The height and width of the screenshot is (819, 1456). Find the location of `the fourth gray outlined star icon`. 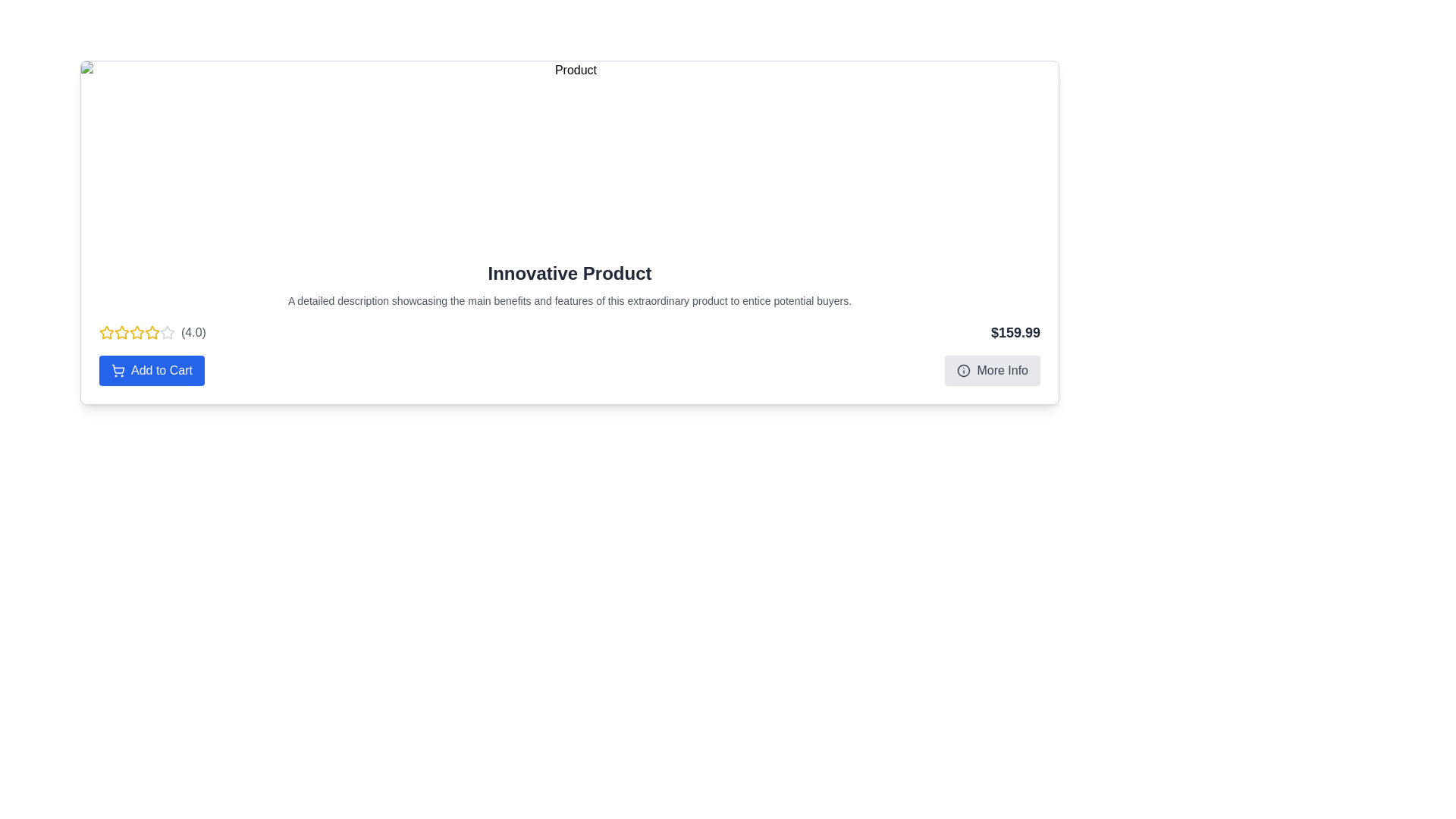

the fourth gray outlined star icon is located at coordinates (167, 331).